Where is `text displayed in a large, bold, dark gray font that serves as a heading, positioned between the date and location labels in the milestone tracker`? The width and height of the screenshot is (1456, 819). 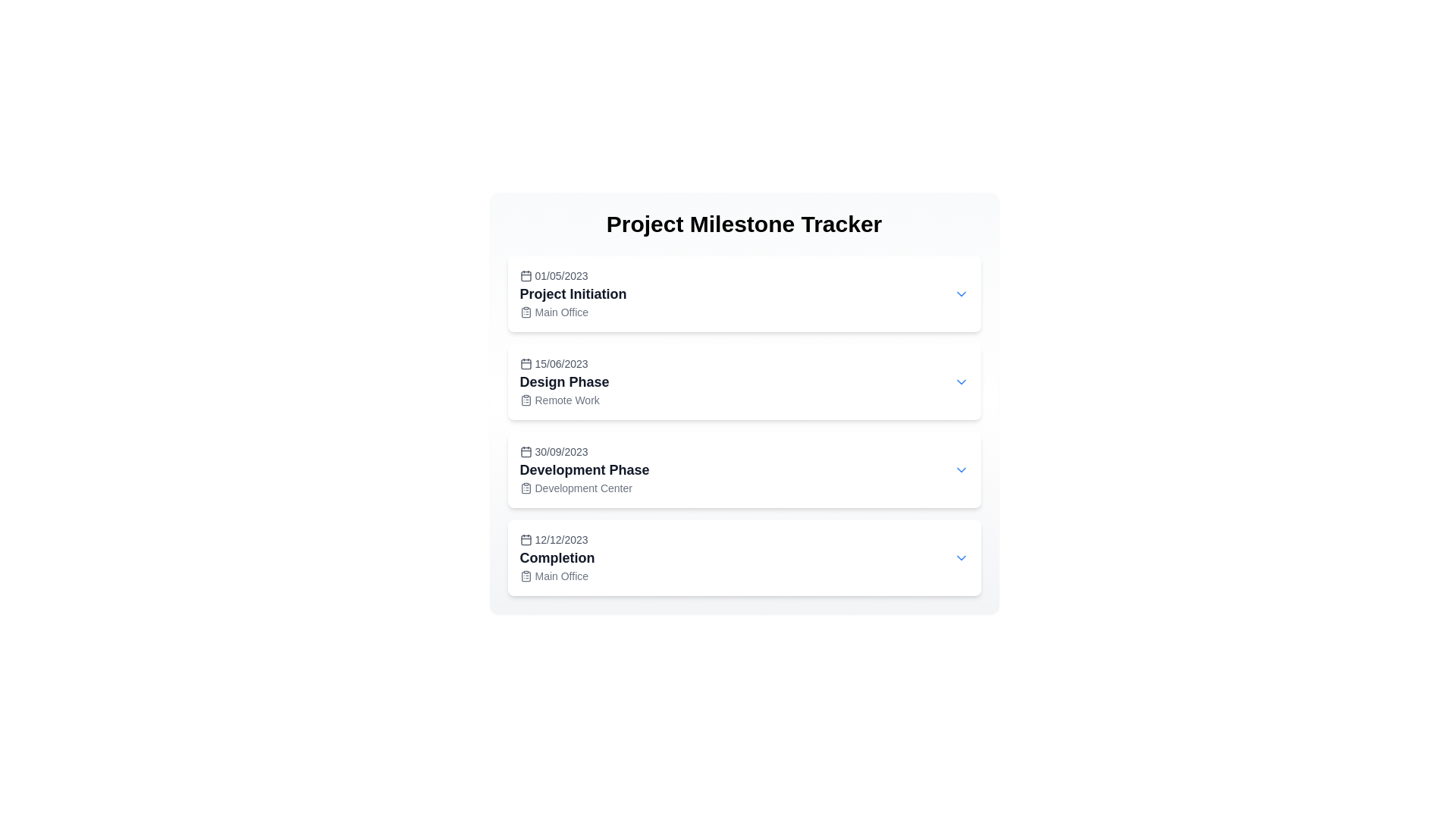
text displayed in a large, bold, dark gray font that serves as a heading, positioned between the date and location labels in the milestone tracker is located at coordinates (573, 294).